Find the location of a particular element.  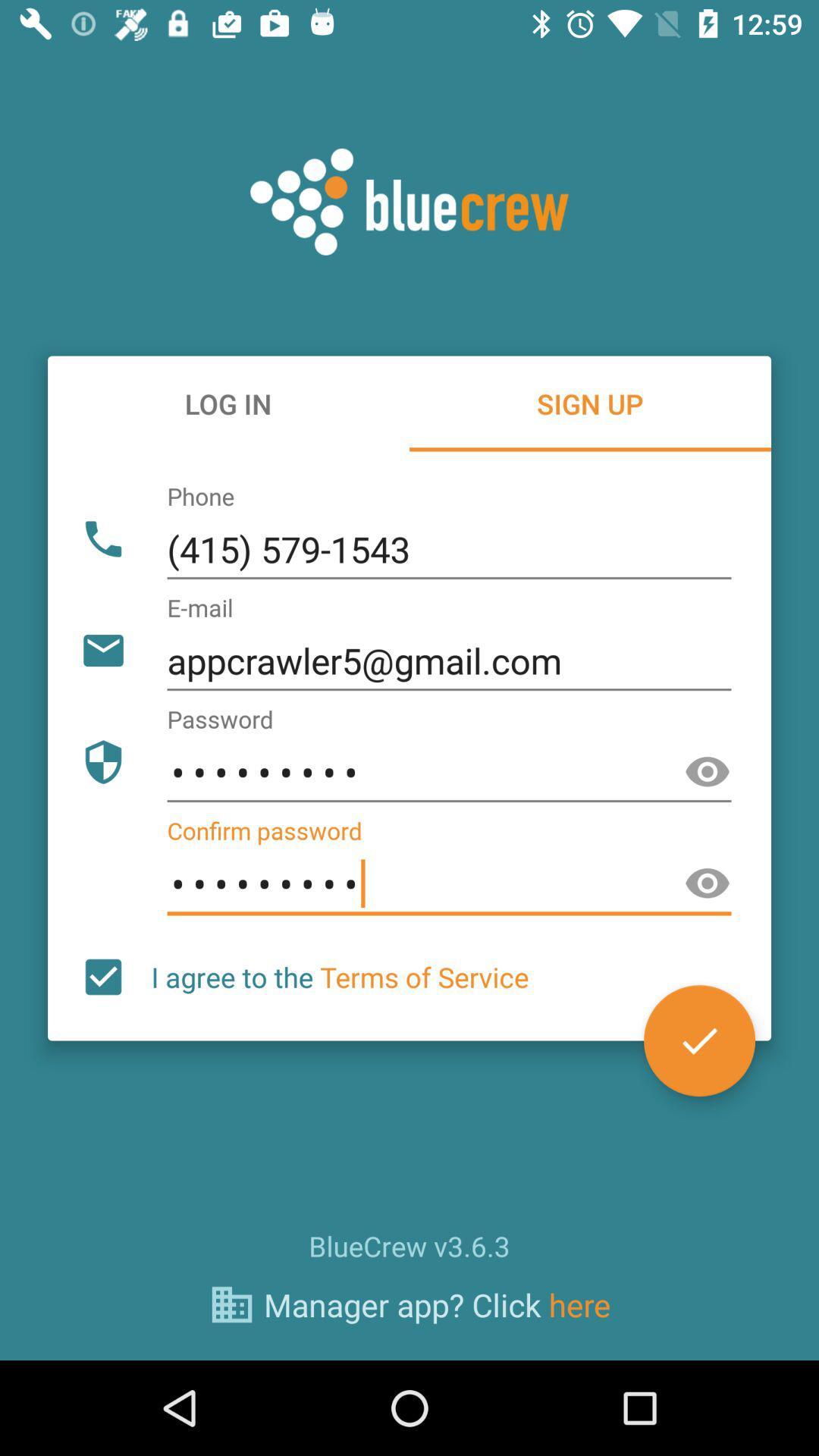

the password that has been entered is located at coordinates (708, 772).